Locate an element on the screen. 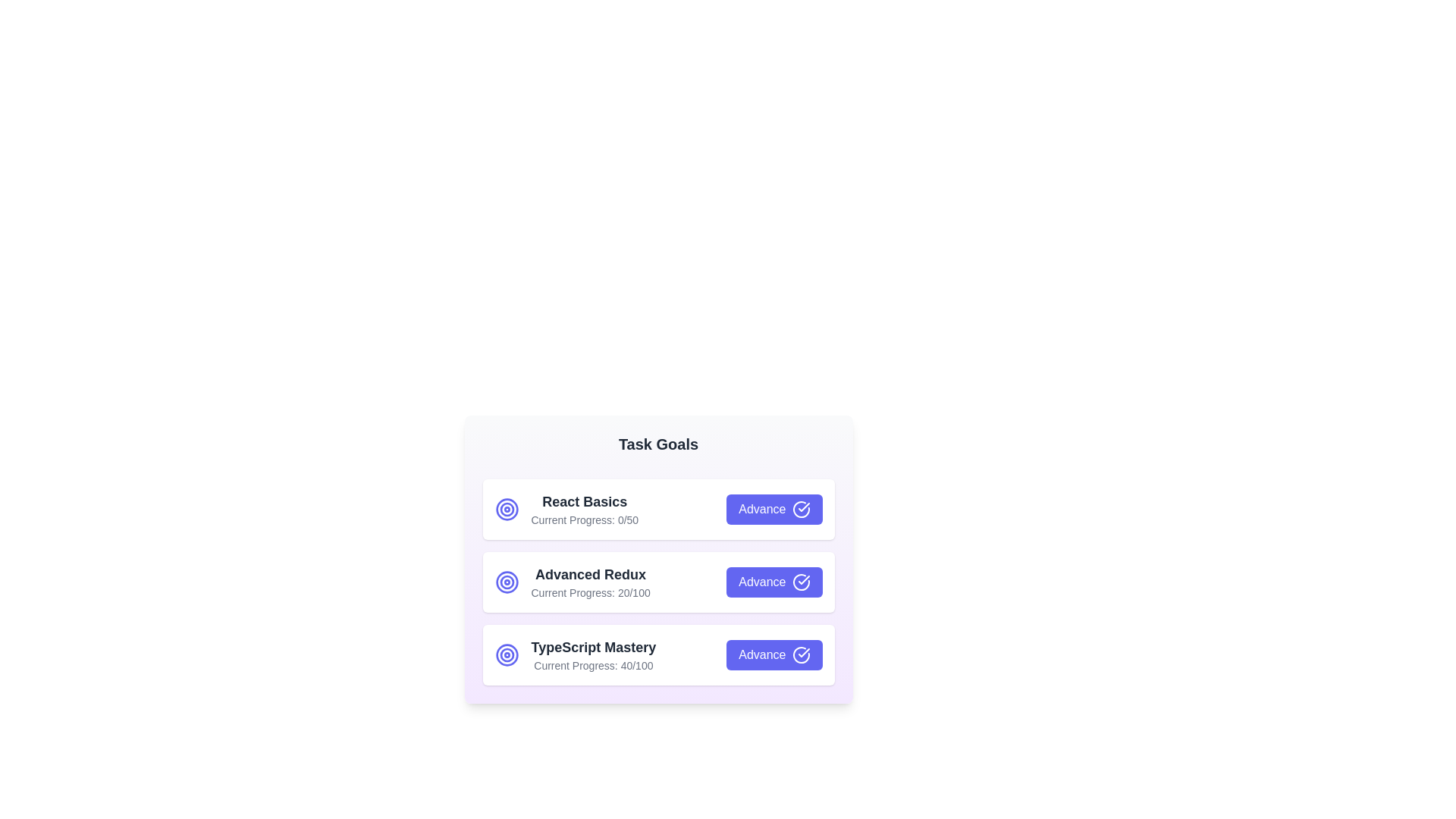 The image size is (1456, 819). progress information displayed in the Text Display element showing 'Current Progress: 40/100' beneath the 'Advanced Redux' task is located at coordinates (592, 654).